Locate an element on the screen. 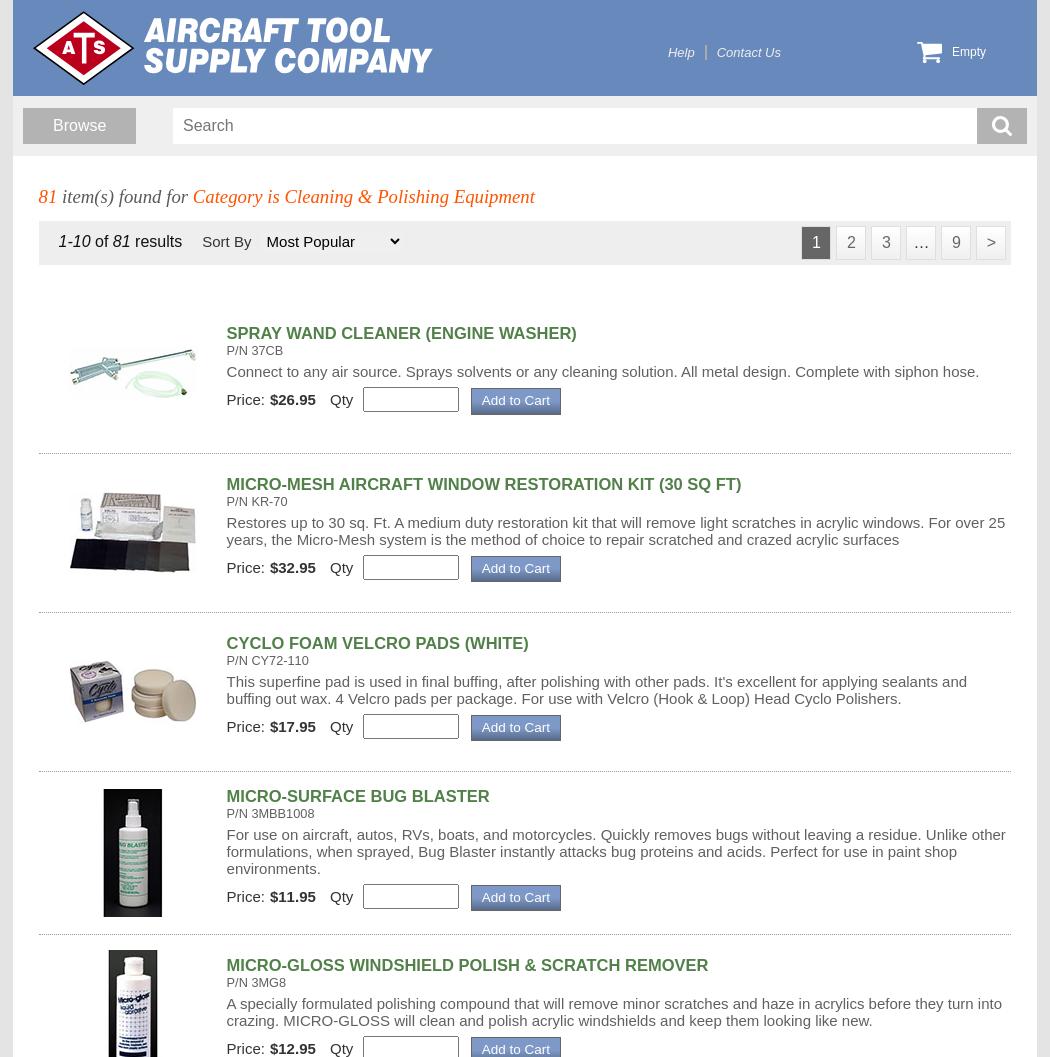  'For use on aircraft, autos, RVs, boats, and motorcycles. Quickly removes bugs without leaving a residue. Unlike other formulations, when sprayed, Bug Blaster instantly attacks bug proteins and acids. Perfect for use in paint shop environments.' is located at coordinates (225, 849).